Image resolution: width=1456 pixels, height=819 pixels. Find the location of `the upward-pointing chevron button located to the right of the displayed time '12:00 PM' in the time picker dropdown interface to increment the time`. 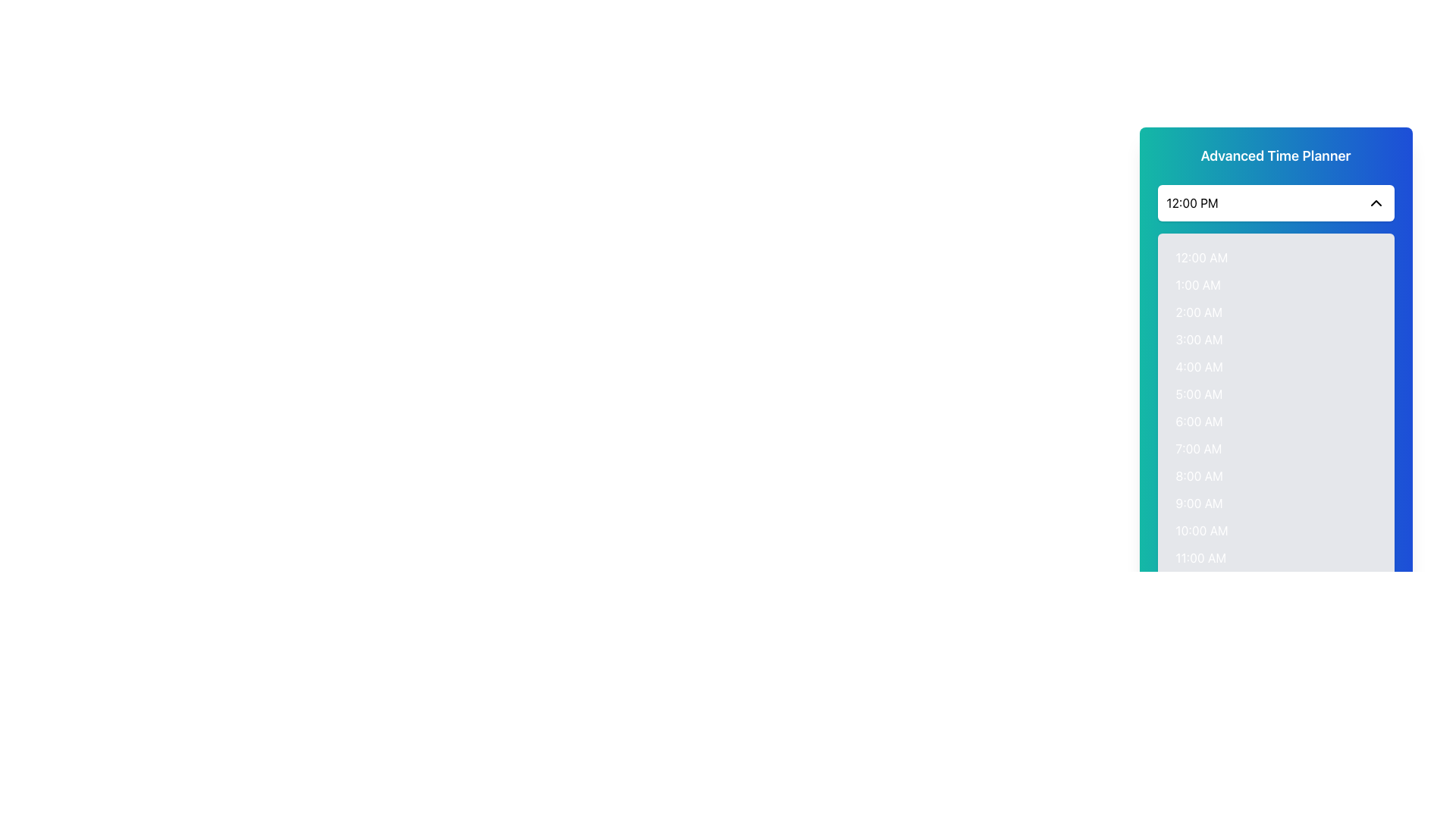

the upward-pointing chevron button located to the right of the displayed time '12:00 PM' in the time picker dropdown interface to increment the time is located at coordinates (1376, 202).